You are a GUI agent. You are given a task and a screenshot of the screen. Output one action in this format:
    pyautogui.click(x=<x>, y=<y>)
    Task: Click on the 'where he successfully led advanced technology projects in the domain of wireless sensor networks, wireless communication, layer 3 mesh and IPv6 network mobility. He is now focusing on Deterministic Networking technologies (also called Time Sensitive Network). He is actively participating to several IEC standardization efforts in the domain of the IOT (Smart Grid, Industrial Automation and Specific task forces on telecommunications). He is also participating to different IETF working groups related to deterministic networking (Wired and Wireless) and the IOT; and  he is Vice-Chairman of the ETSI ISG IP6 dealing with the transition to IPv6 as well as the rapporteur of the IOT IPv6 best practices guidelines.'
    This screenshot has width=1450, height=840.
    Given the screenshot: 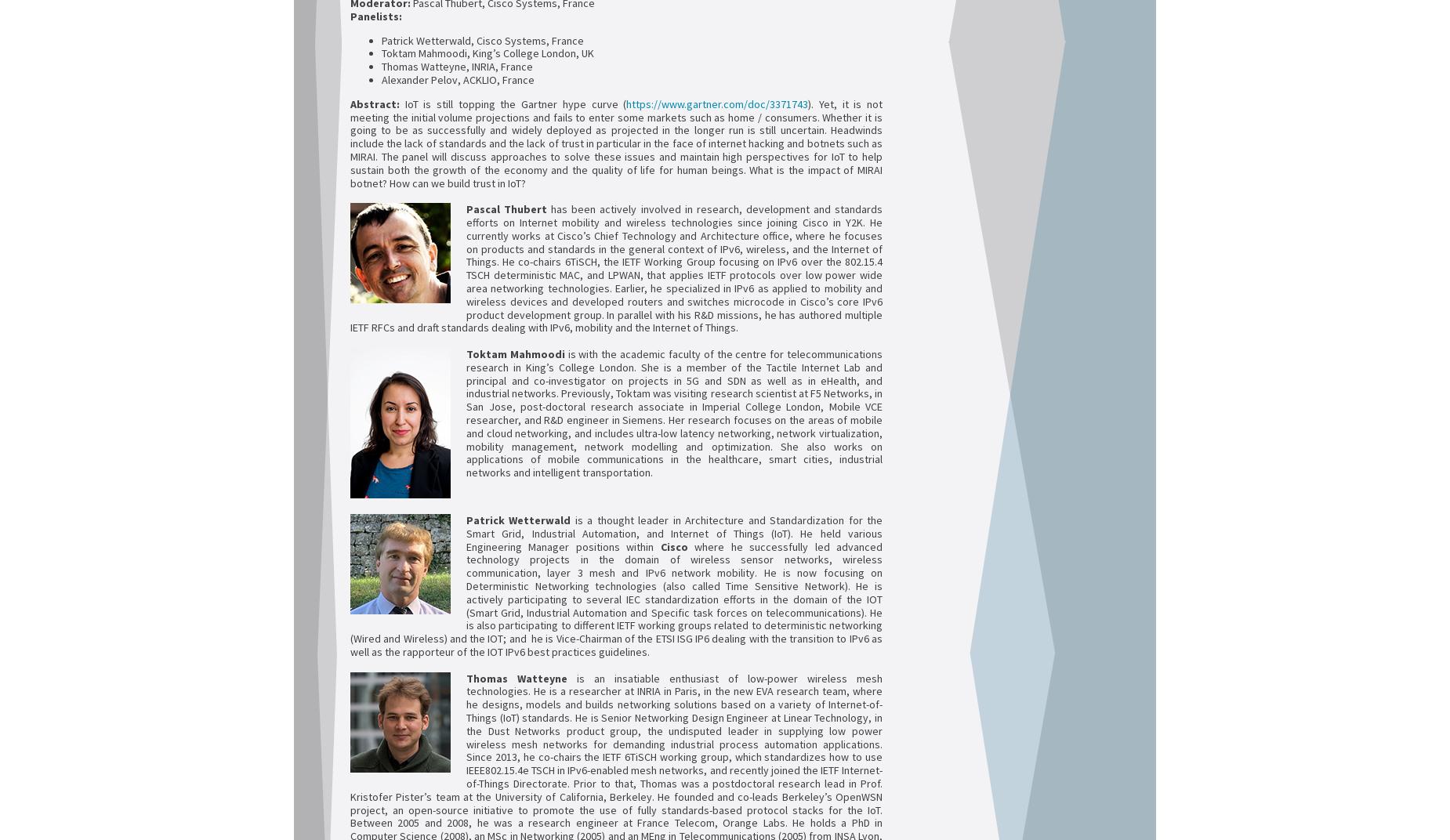 What is the action you would take?
    pyautogui.click(x=616, y=599)
    